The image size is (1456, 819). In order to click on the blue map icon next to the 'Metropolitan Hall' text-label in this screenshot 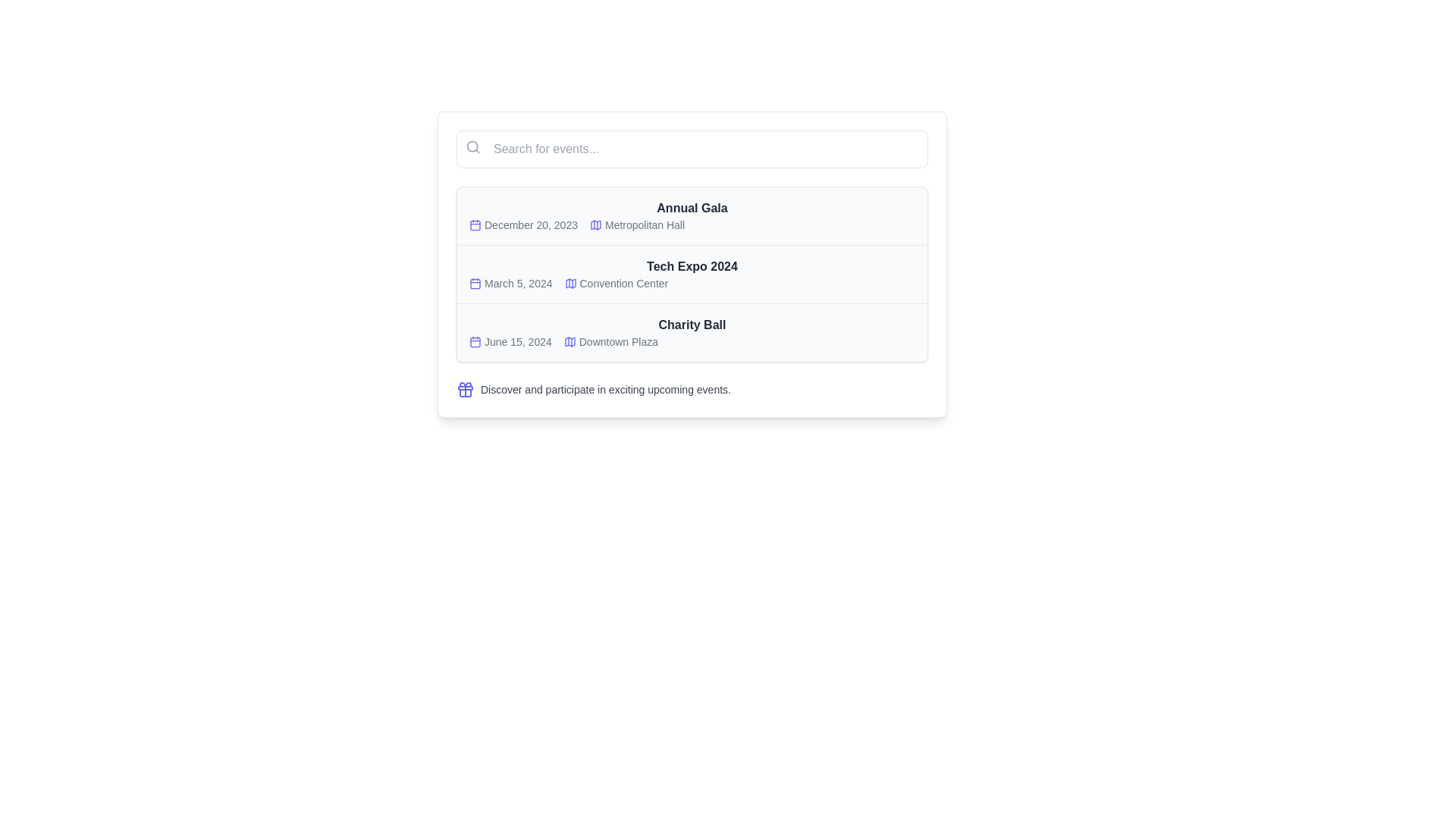, I will do `click(637, 225)`.